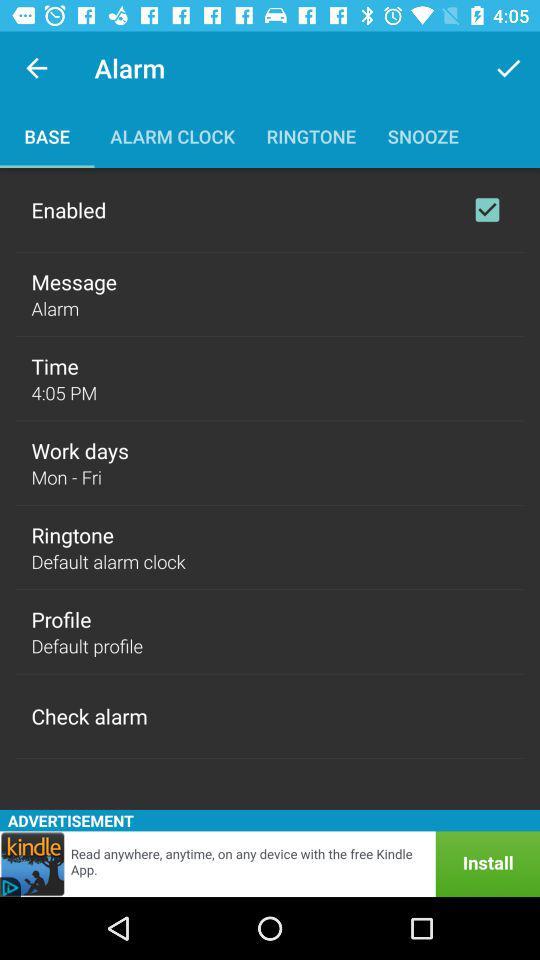 The image size is (540, 960). What do you see at coordinates (486, 210) in the screenshot?
I see `enabled option` at bounding box center [486, 210].